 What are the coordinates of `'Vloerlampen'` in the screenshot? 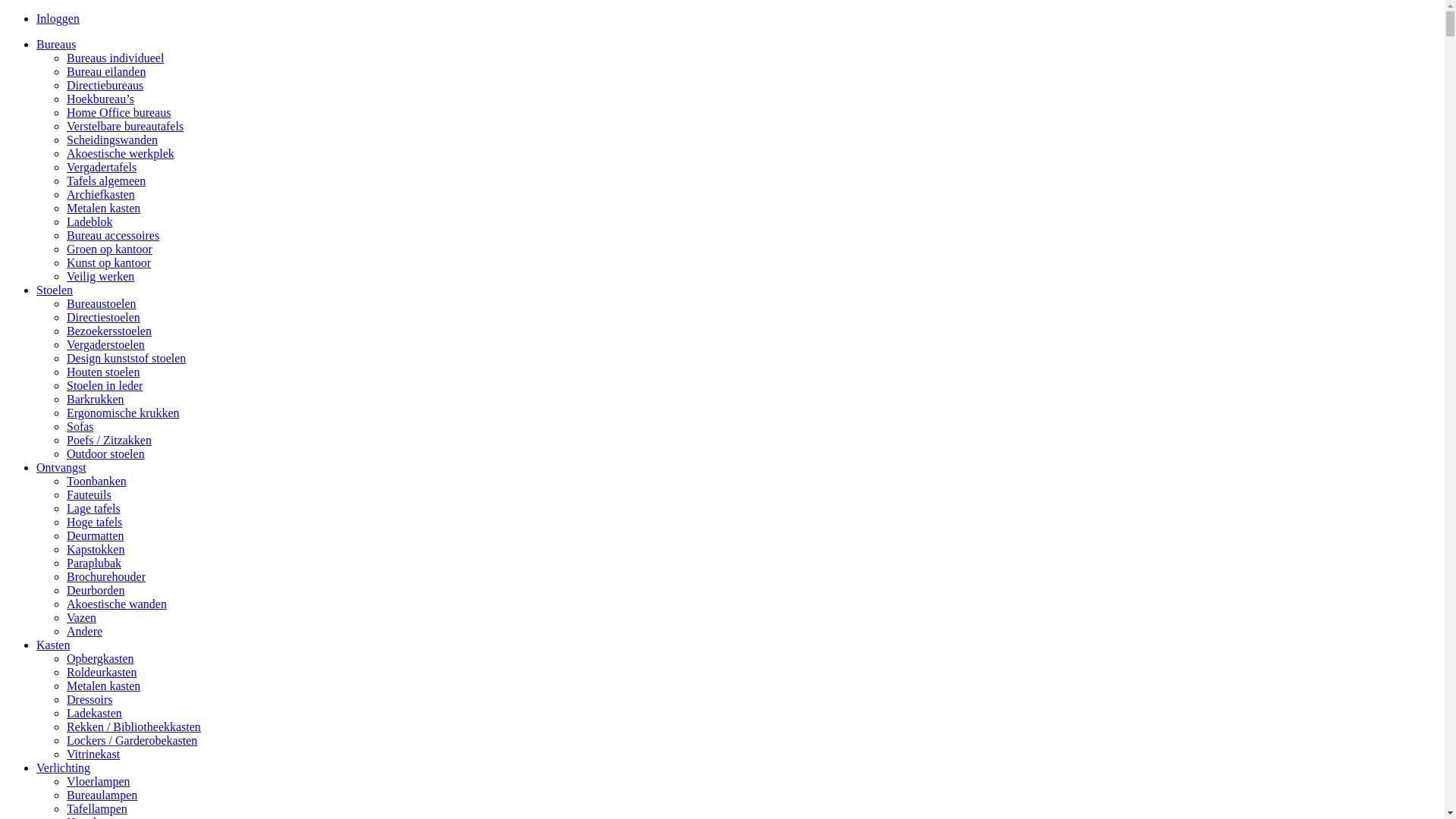 It's located at (97, 781).